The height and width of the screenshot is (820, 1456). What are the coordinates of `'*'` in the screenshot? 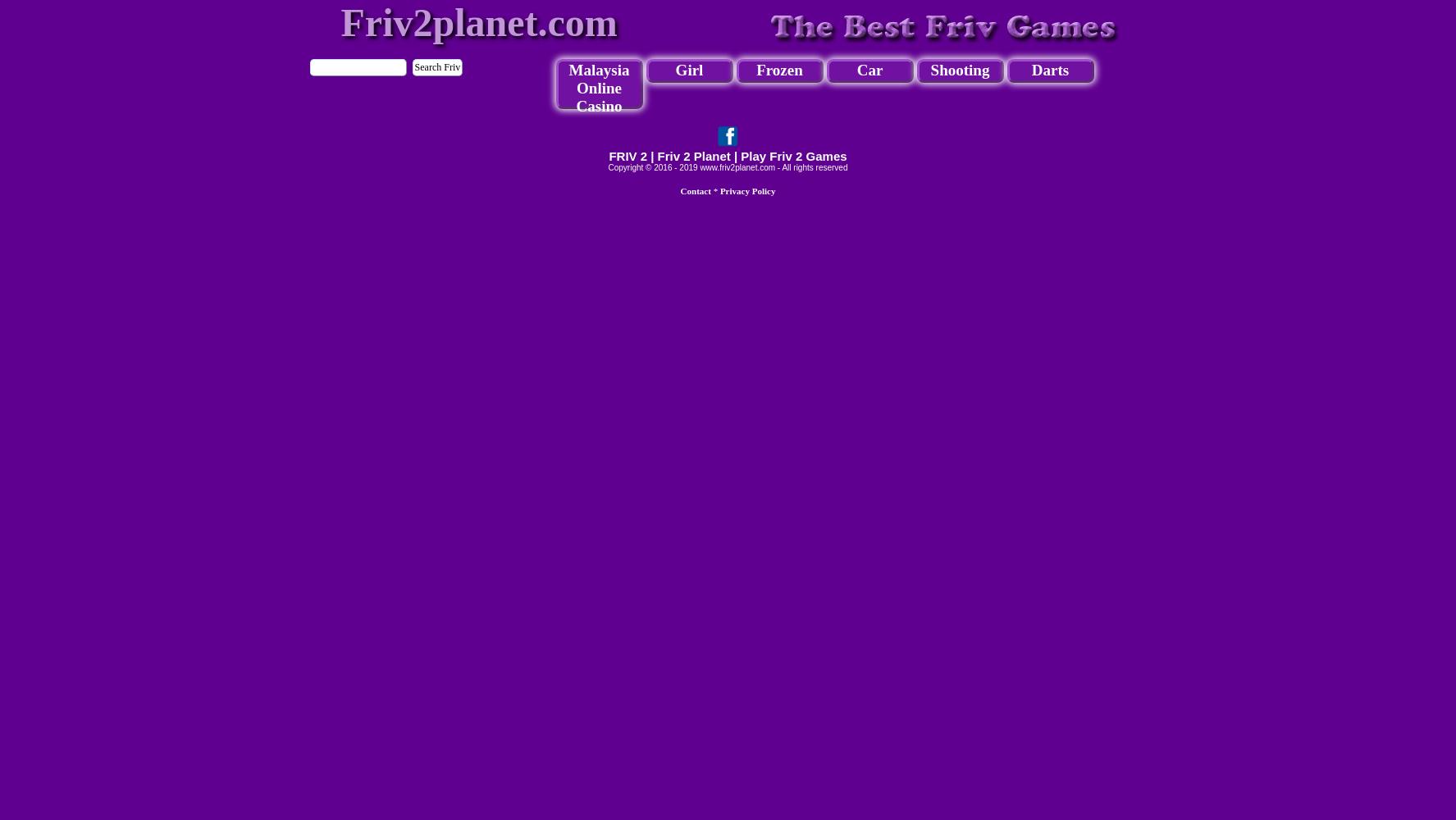 It's located at (714, 190).